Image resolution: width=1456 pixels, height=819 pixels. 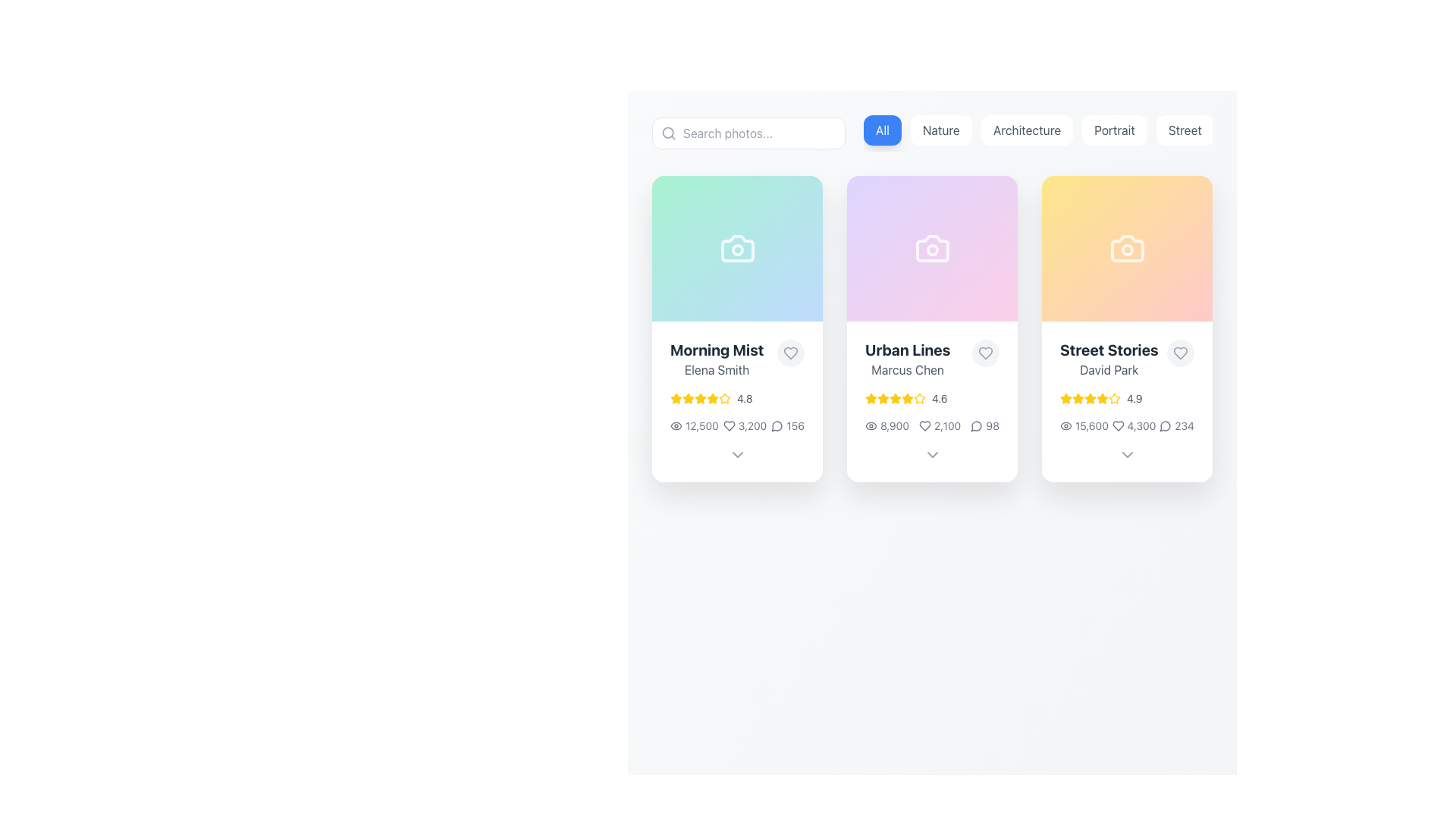 I want to click on the filtering option button located at the top-right corner of the media gallery, which is the third button from the left in a sequence of five buttons, so click(x=1037, y=133).